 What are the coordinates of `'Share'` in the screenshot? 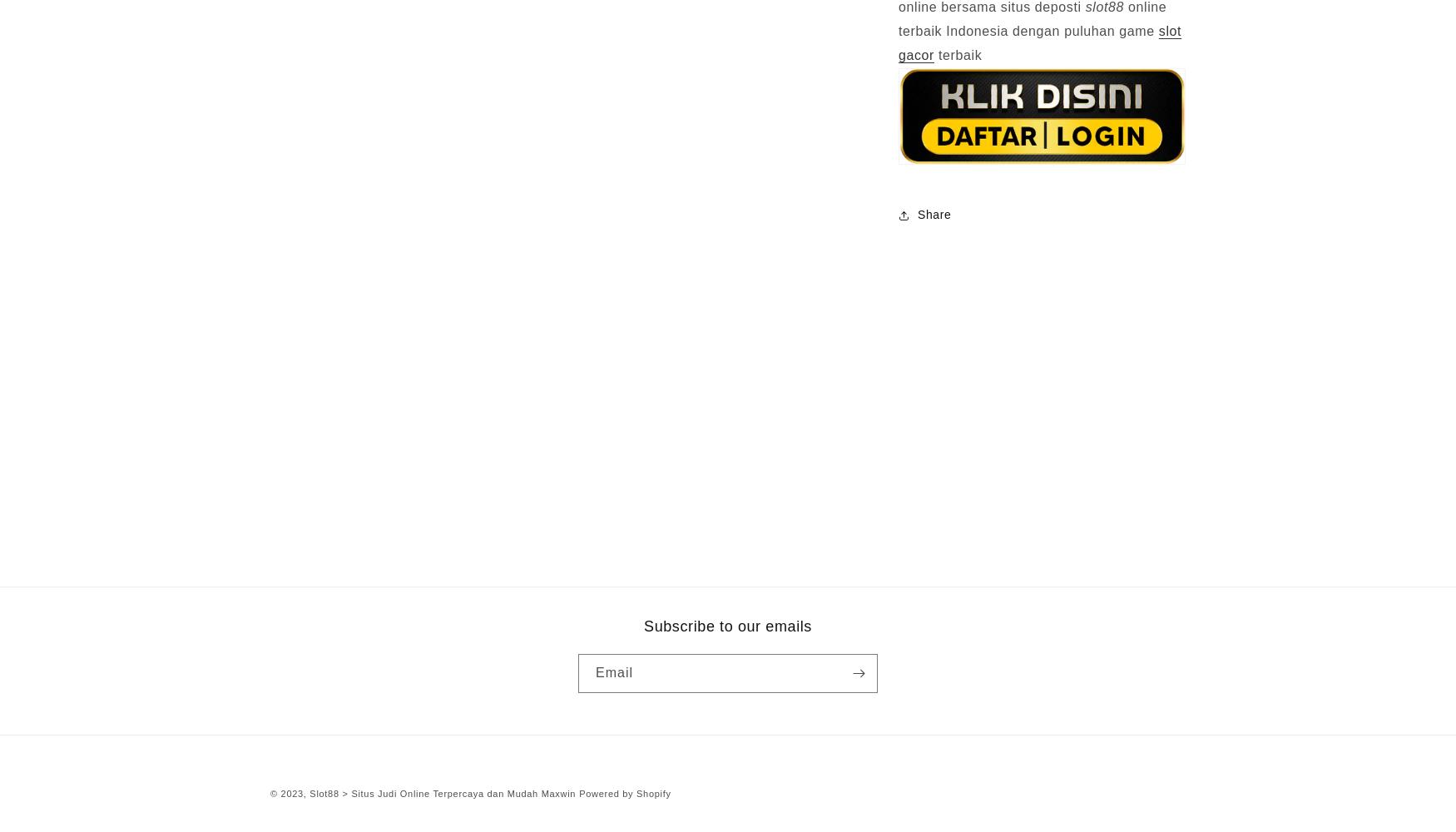 It's located at (934, 215).